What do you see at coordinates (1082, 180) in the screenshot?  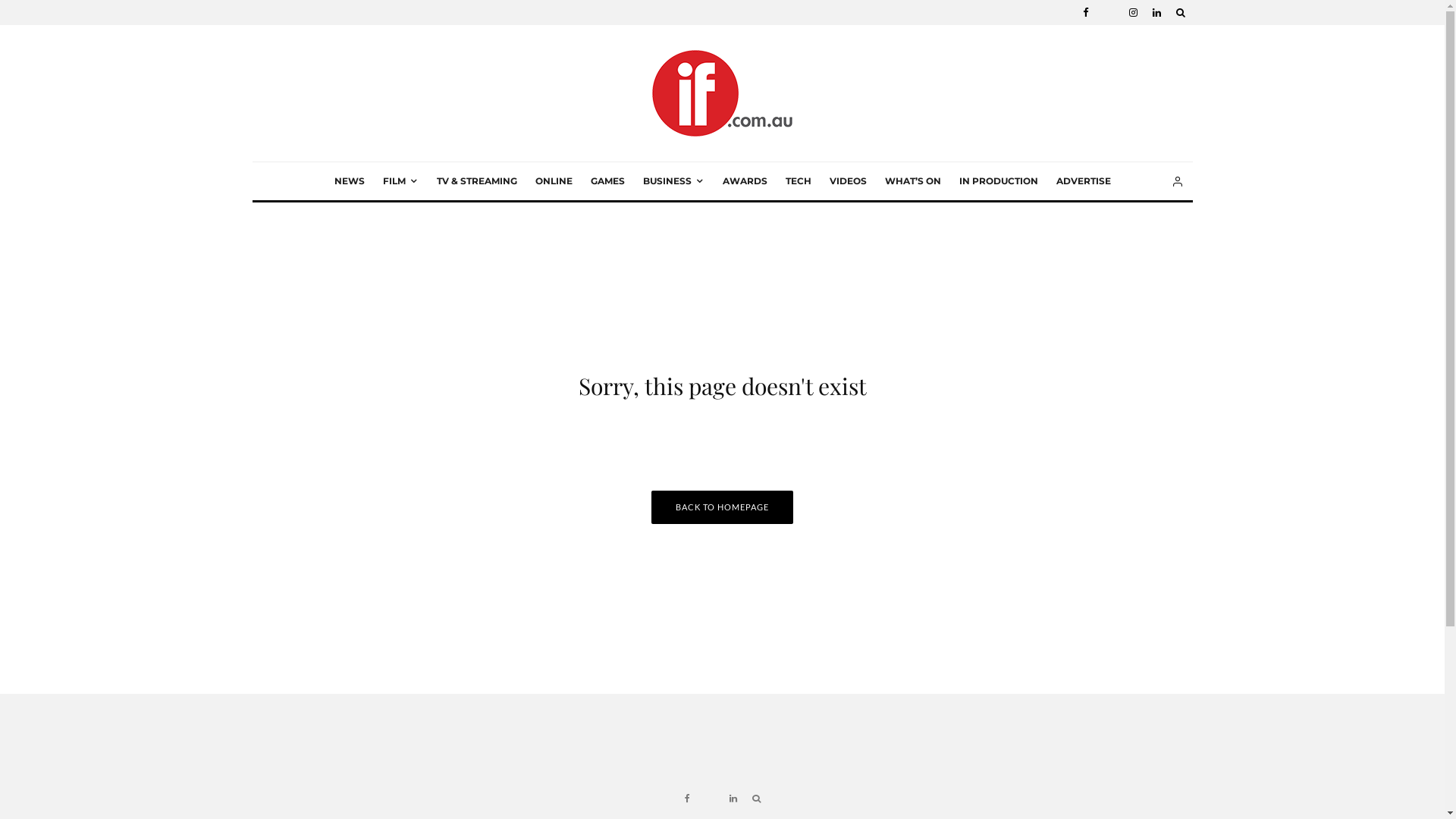 I see `'ADVERTISE'` at bounding box center [1082, 180].